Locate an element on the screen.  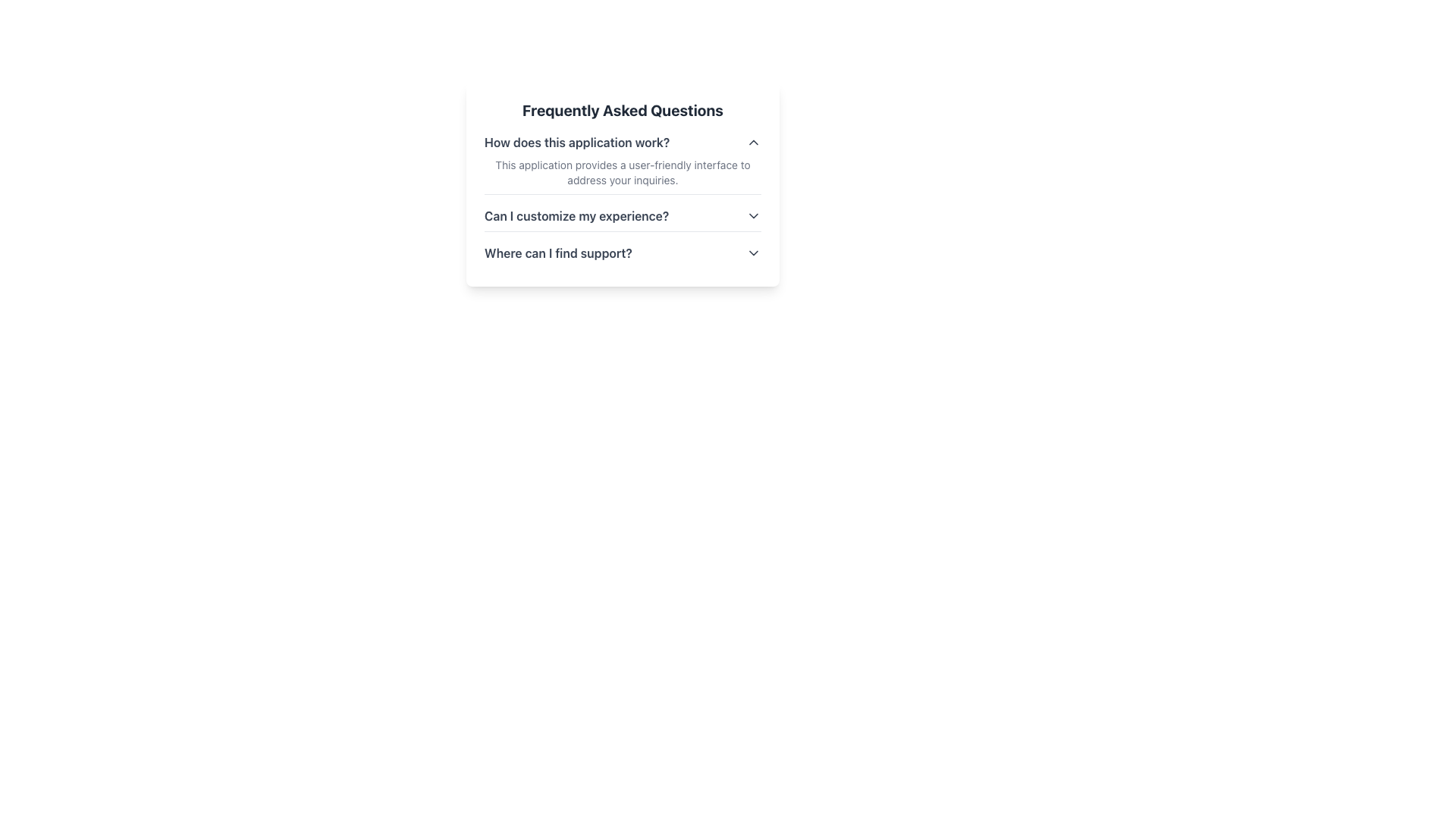
the interactive text 'Where can I find support?' located in the FAQ section is located at coordinates (623, 256).